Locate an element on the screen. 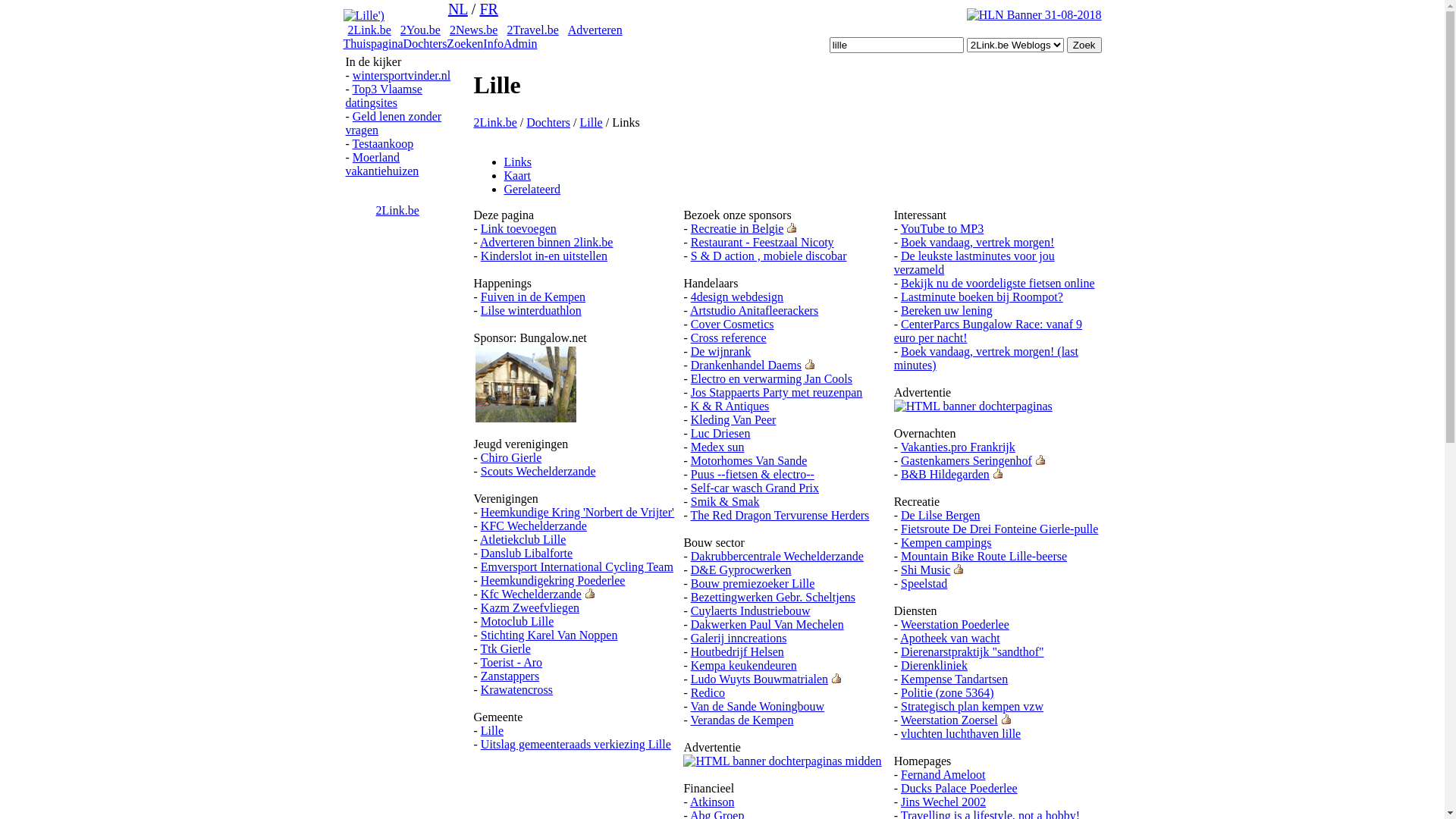 Image resolution: width=1456 pixels, height=819 pixels. 'Houtbedrijf Helsen' is located at coordinates (737, 651).